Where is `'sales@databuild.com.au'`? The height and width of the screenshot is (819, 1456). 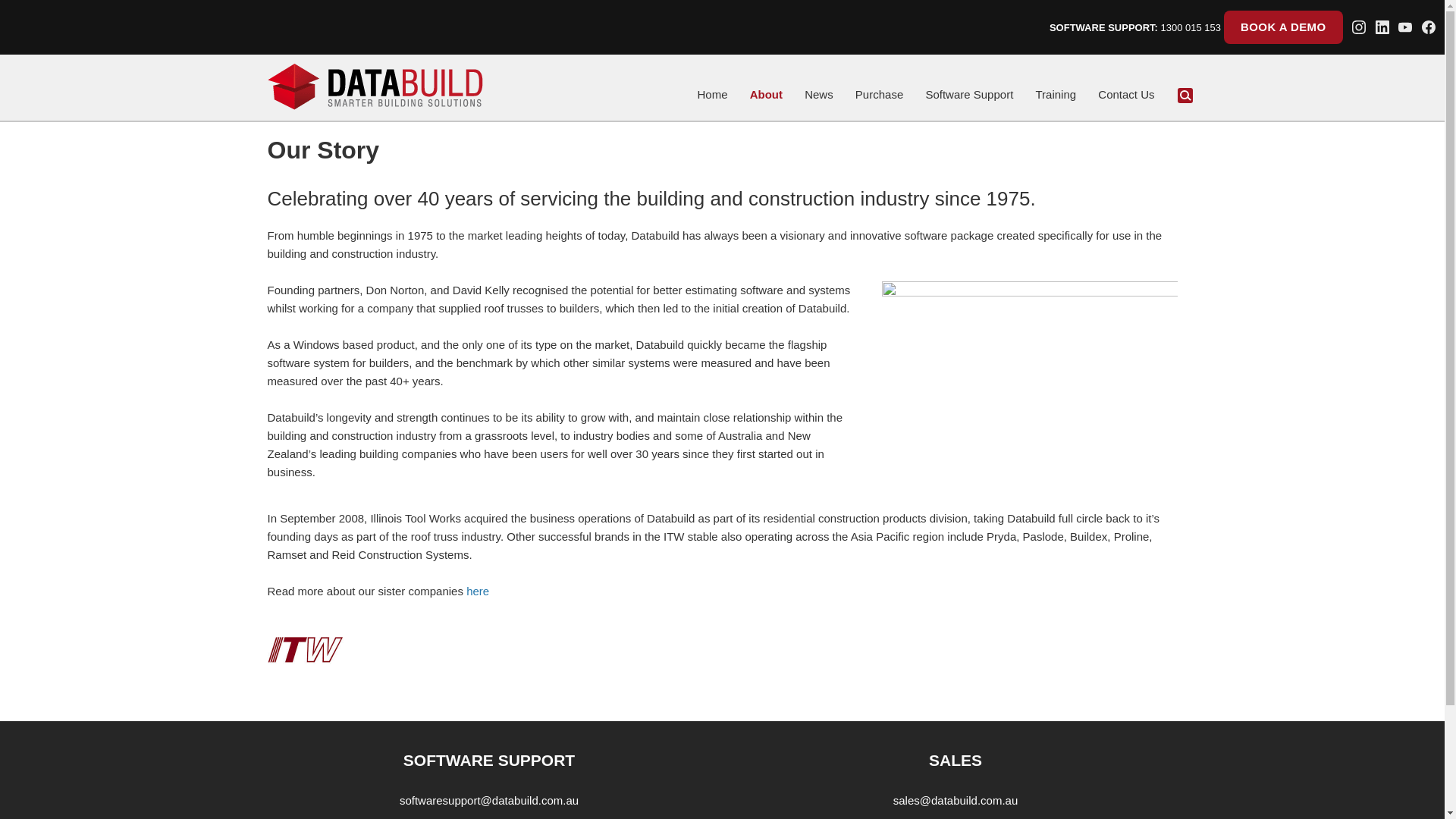
'sales@databuild.com.au' is located at coordinates (955, 799).